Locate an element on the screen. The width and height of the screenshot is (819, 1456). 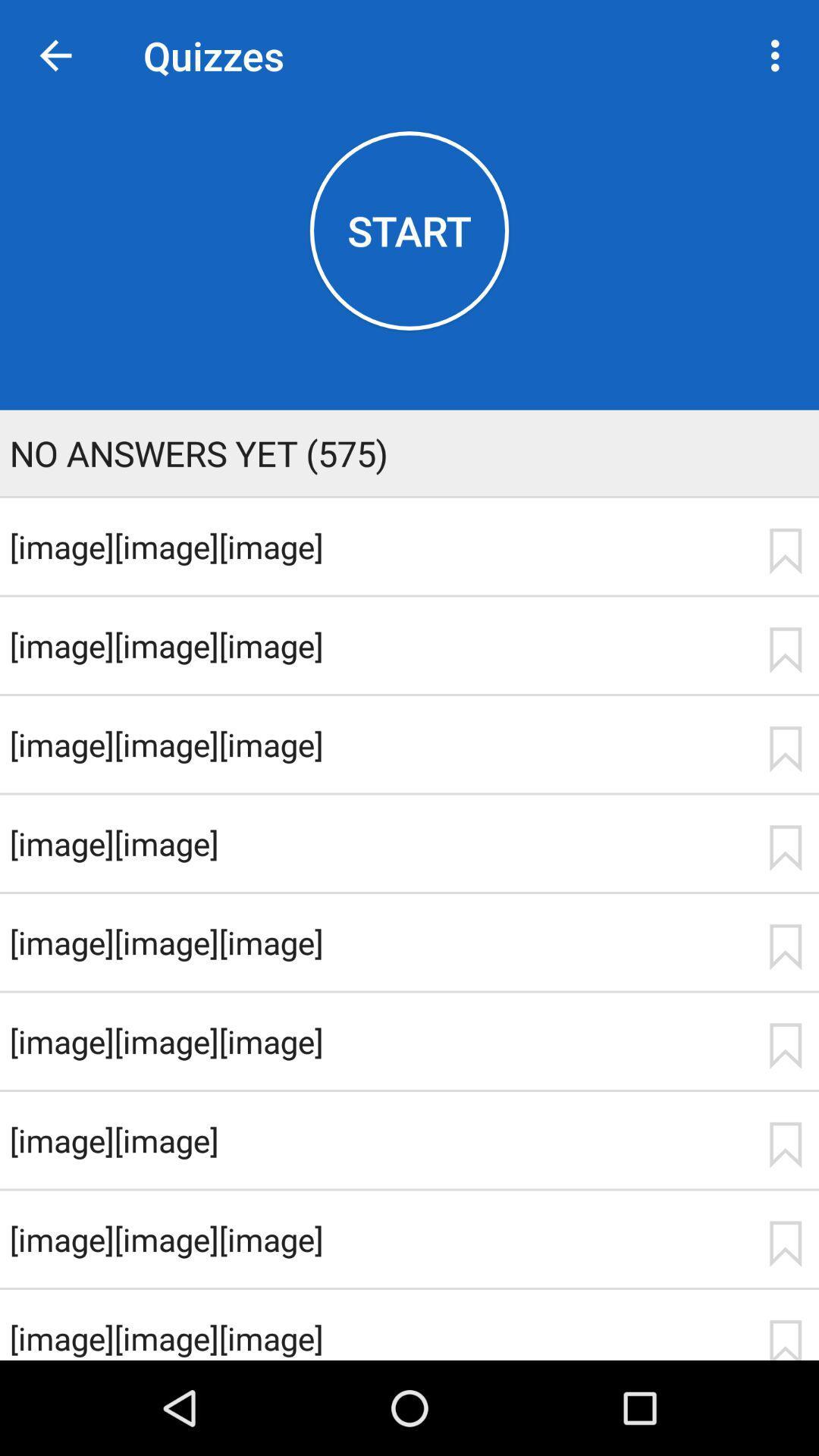
bookmark item is located at coordinates (785, 749).